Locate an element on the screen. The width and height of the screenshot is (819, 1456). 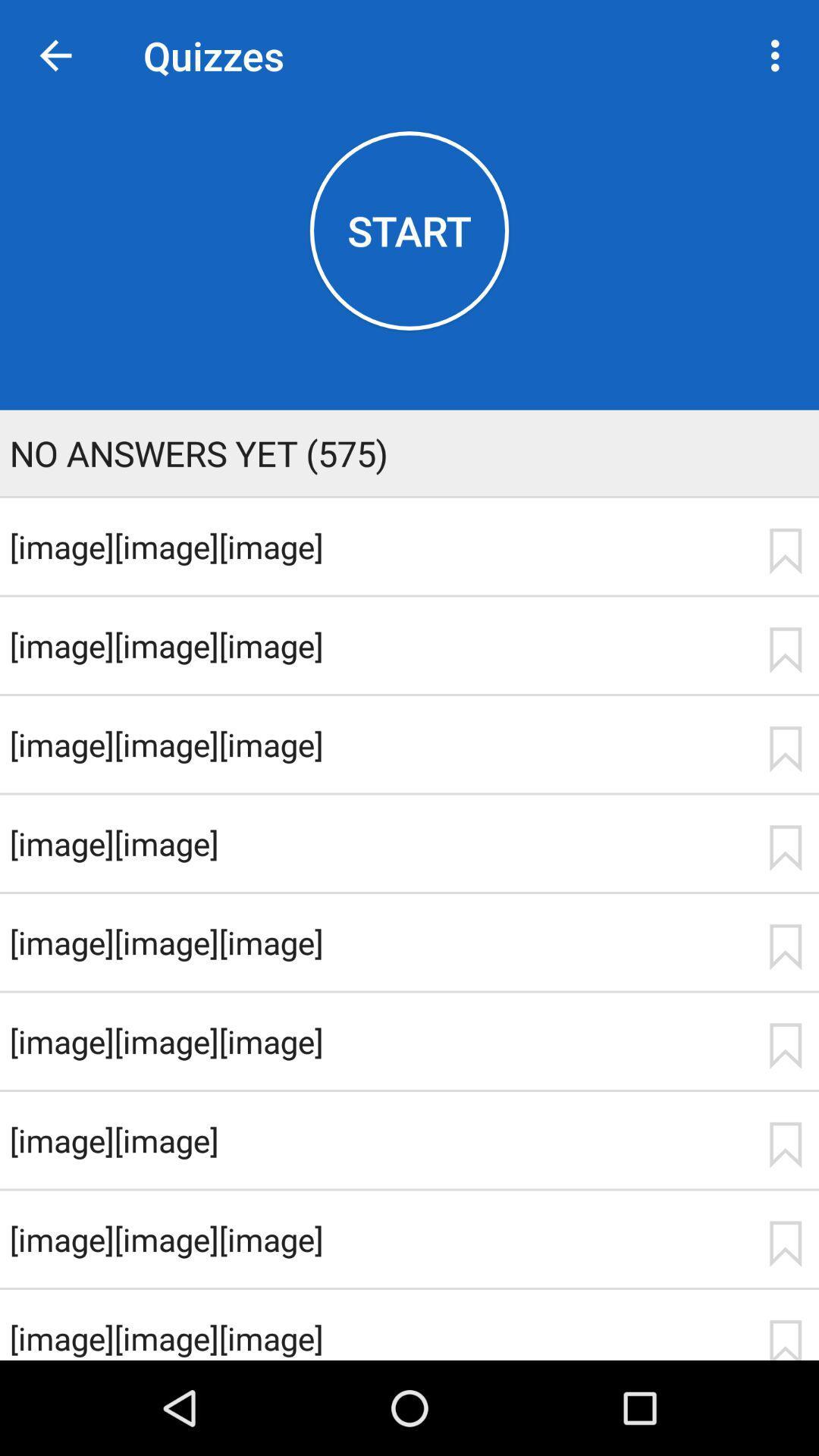
bookmark item is located at coordinates (785, 749).